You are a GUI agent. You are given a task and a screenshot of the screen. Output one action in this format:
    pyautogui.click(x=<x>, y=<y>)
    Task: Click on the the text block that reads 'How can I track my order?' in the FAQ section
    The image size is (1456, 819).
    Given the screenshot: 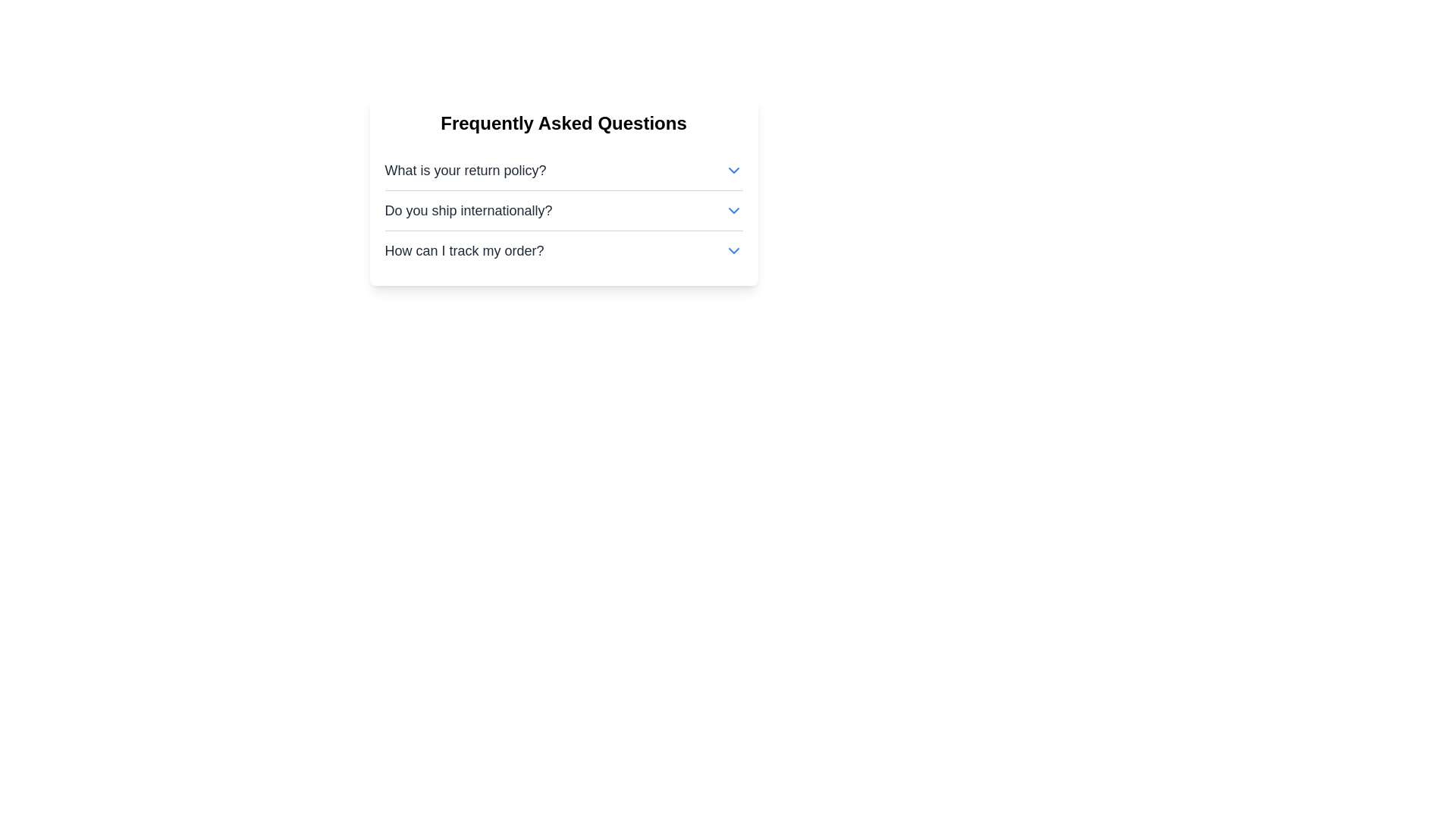 What is the action you would take?
    pyautogui.click(x=463, y=250)
    